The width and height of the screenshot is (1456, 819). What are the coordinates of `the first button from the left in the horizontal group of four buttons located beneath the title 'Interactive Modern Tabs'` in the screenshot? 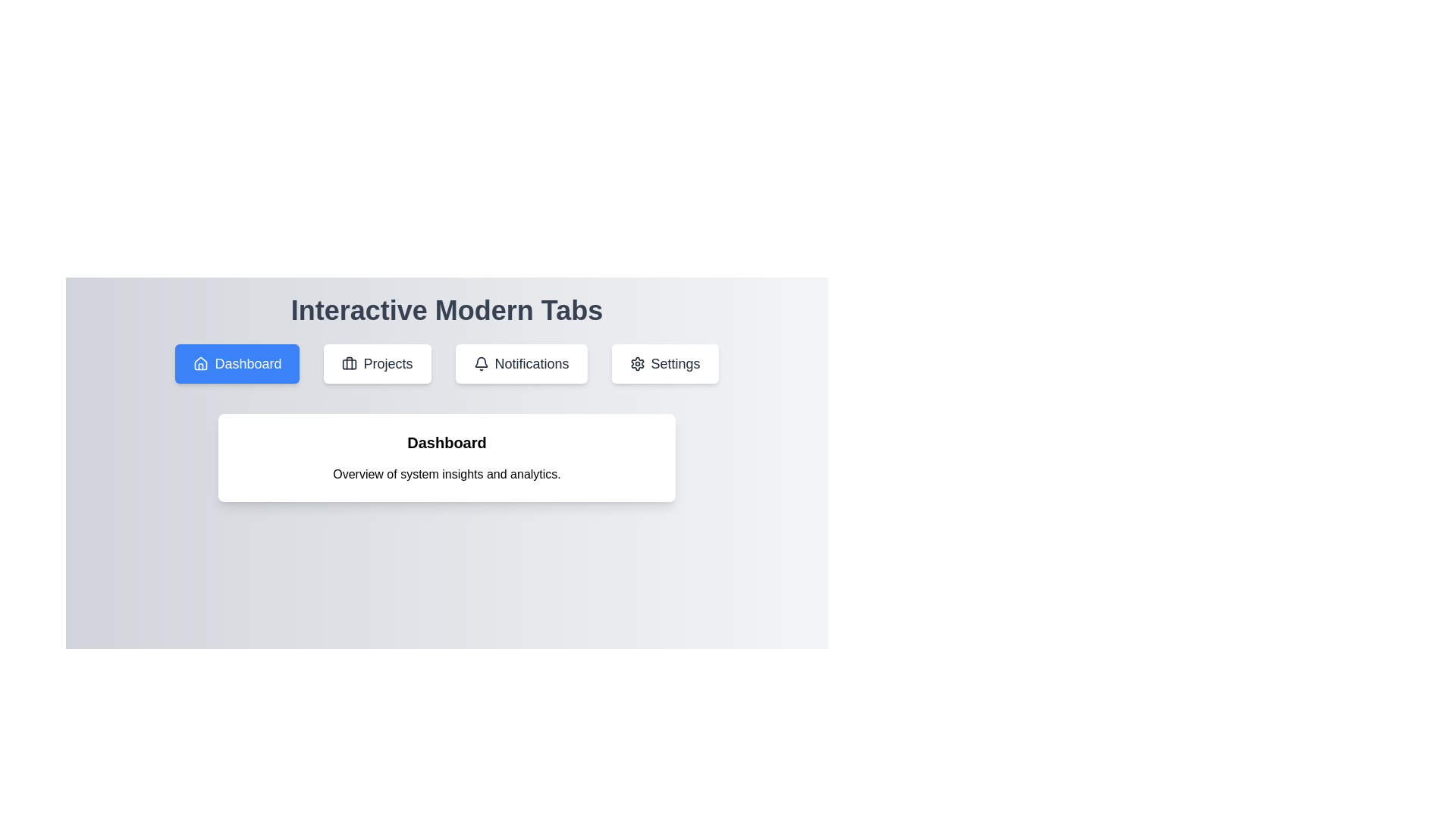 It's located at (237, 363).